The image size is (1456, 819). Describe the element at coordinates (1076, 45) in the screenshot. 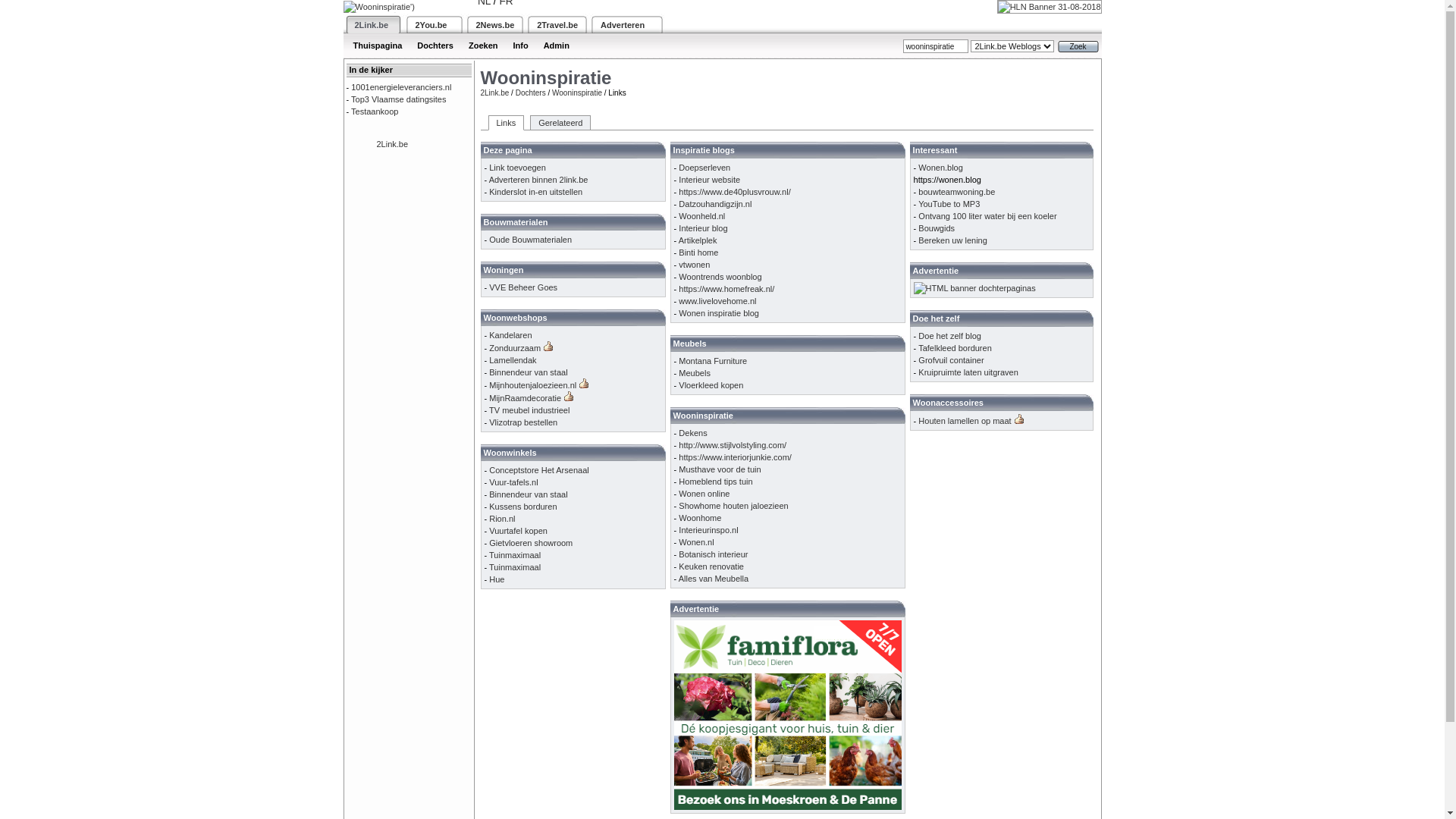

I see `'Zoek'` at that location.